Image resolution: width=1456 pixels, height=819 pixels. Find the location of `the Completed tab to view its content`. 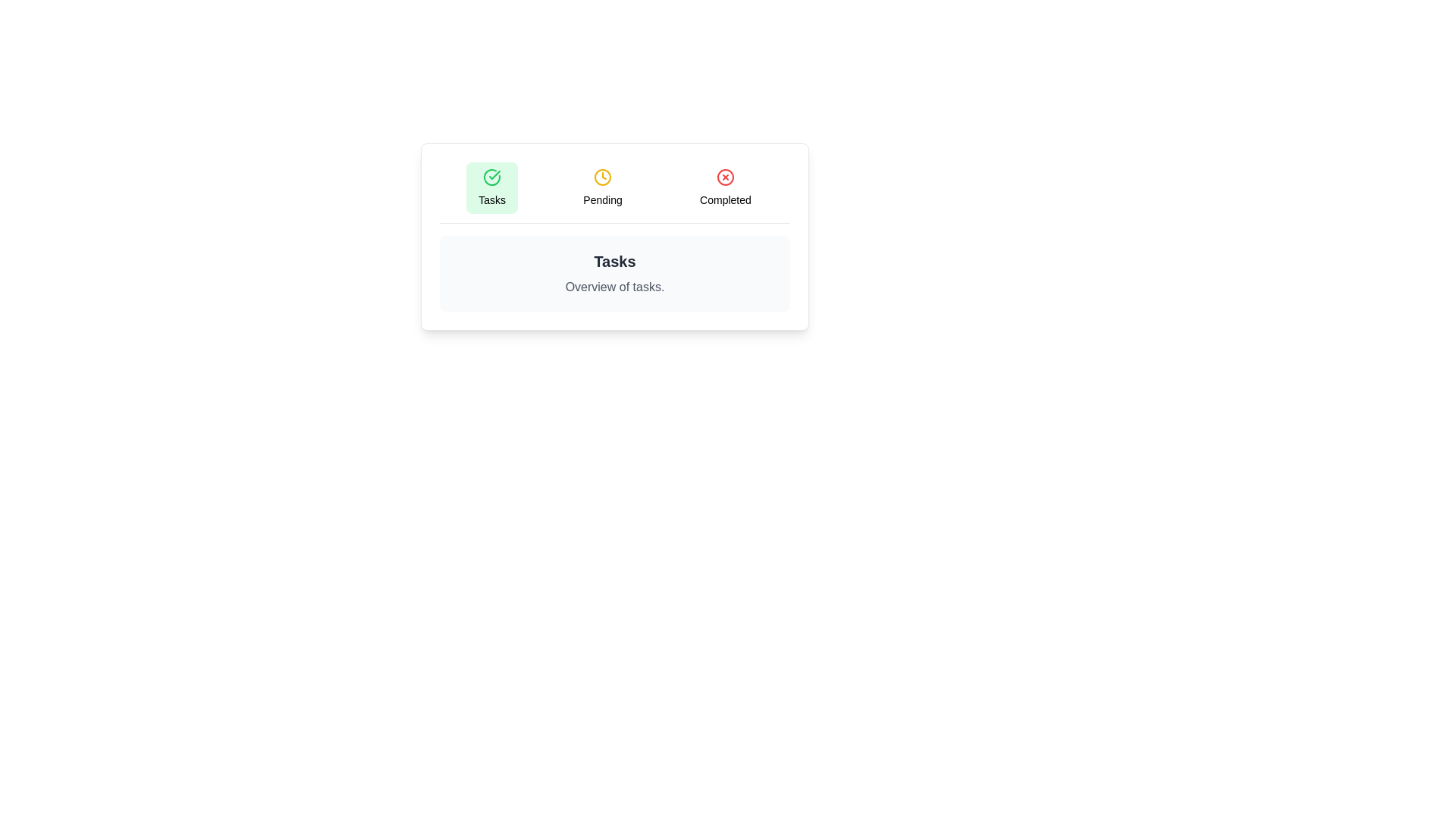

the Completed tab to view its content is located at coordinates (723, 187).